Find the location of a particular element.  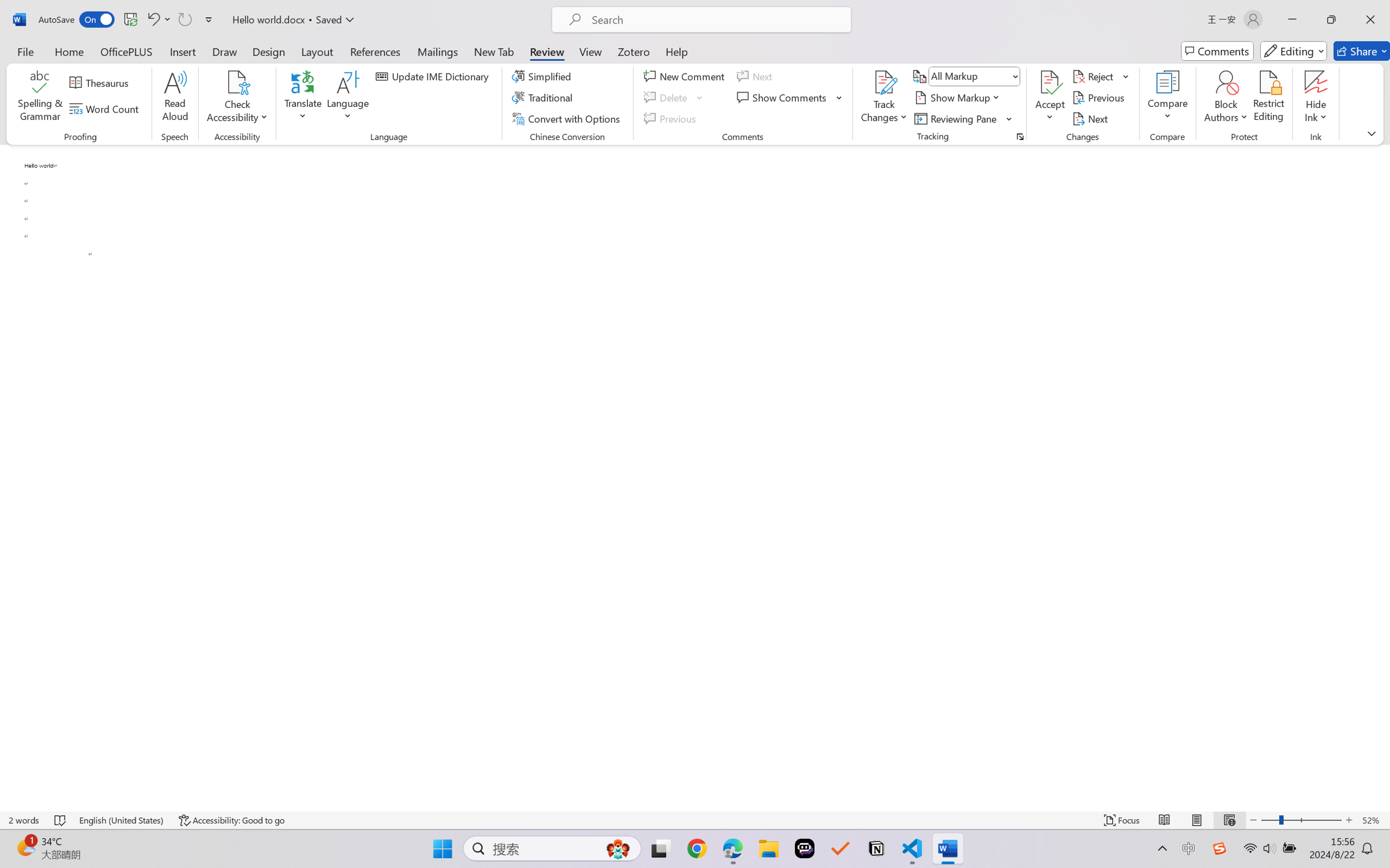

'Track Changes' is located at coordinates (883, 98).